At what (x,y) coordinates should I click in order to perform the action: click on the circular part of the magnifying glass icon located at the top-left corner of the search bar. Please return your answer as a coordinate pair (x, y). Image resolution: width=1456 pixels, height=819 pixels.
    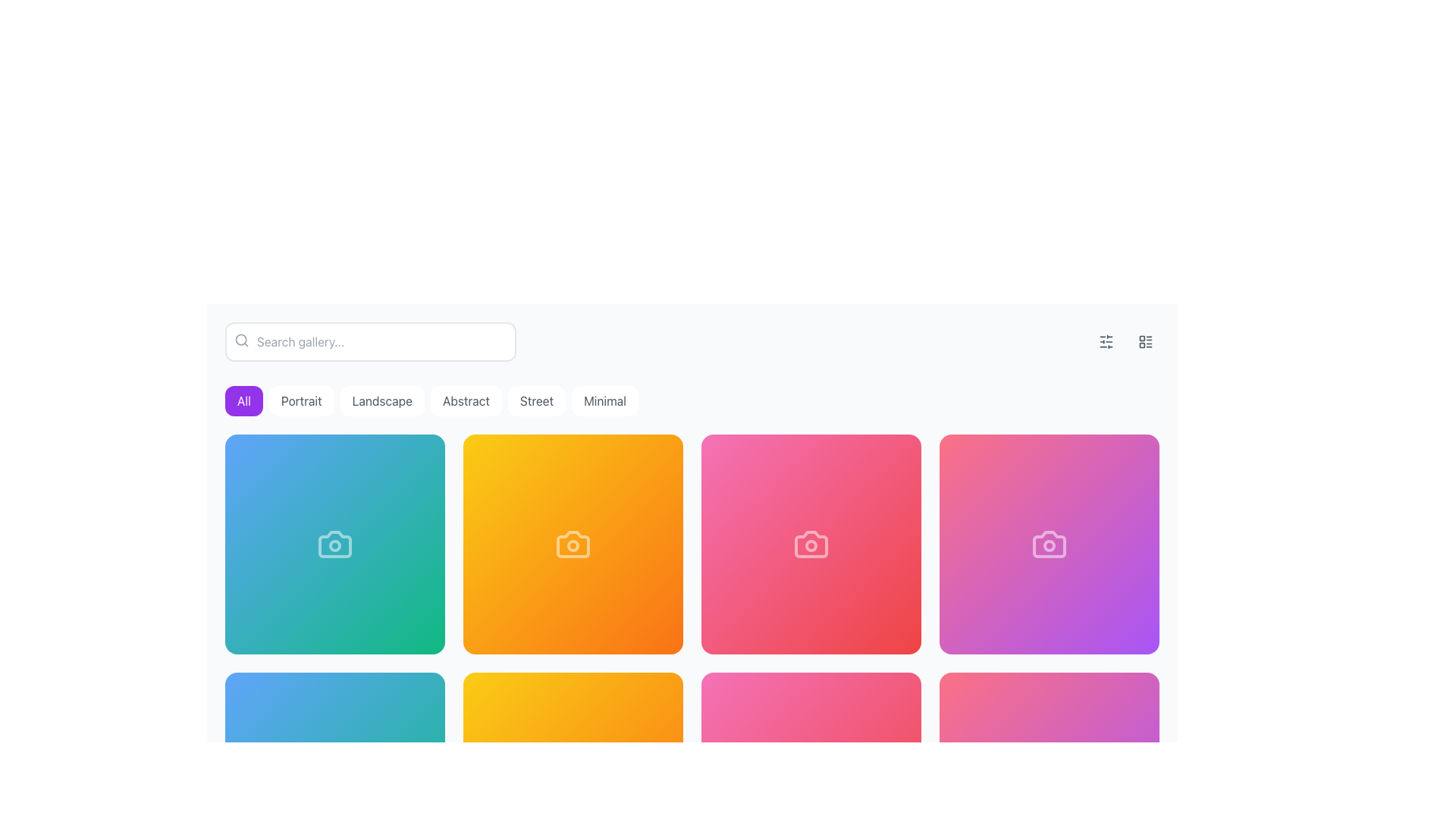
    Looking at the image, I should click on (240, 339).